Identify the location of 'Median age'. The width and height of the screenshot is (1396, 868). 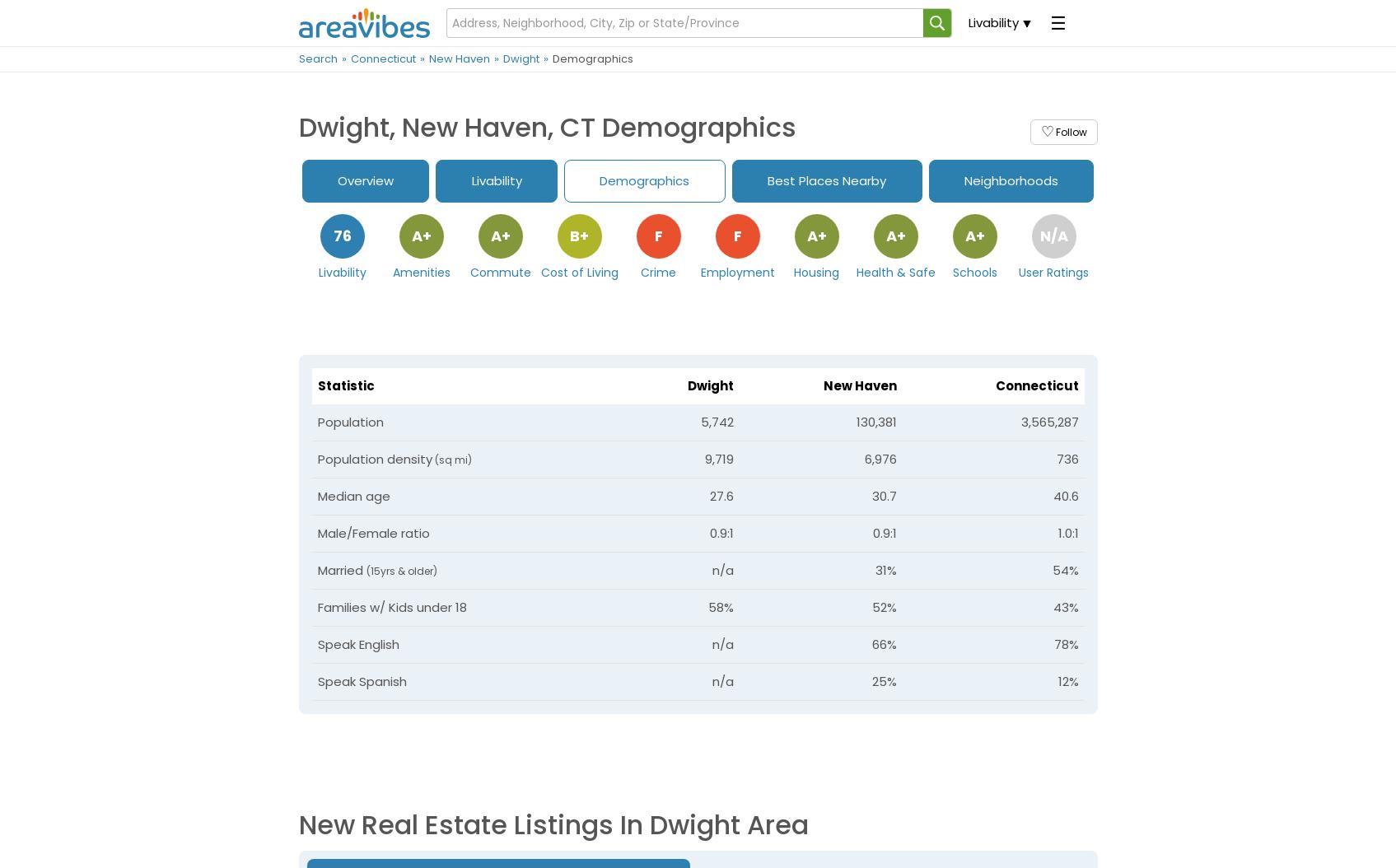
(353, 495).